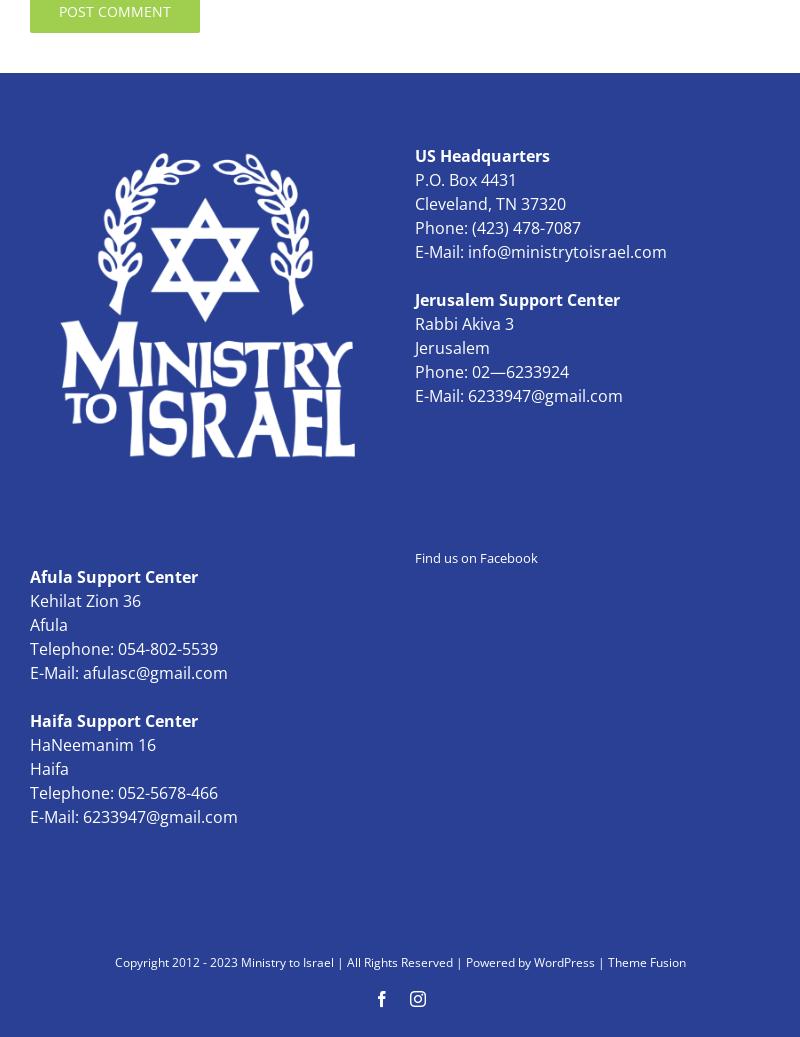 This screenshot has height=1037, width=800. What do you see at coordinates (451, 347) in the screenshot?
I see `'Jerusalem'` at bounding box center [451, 347].